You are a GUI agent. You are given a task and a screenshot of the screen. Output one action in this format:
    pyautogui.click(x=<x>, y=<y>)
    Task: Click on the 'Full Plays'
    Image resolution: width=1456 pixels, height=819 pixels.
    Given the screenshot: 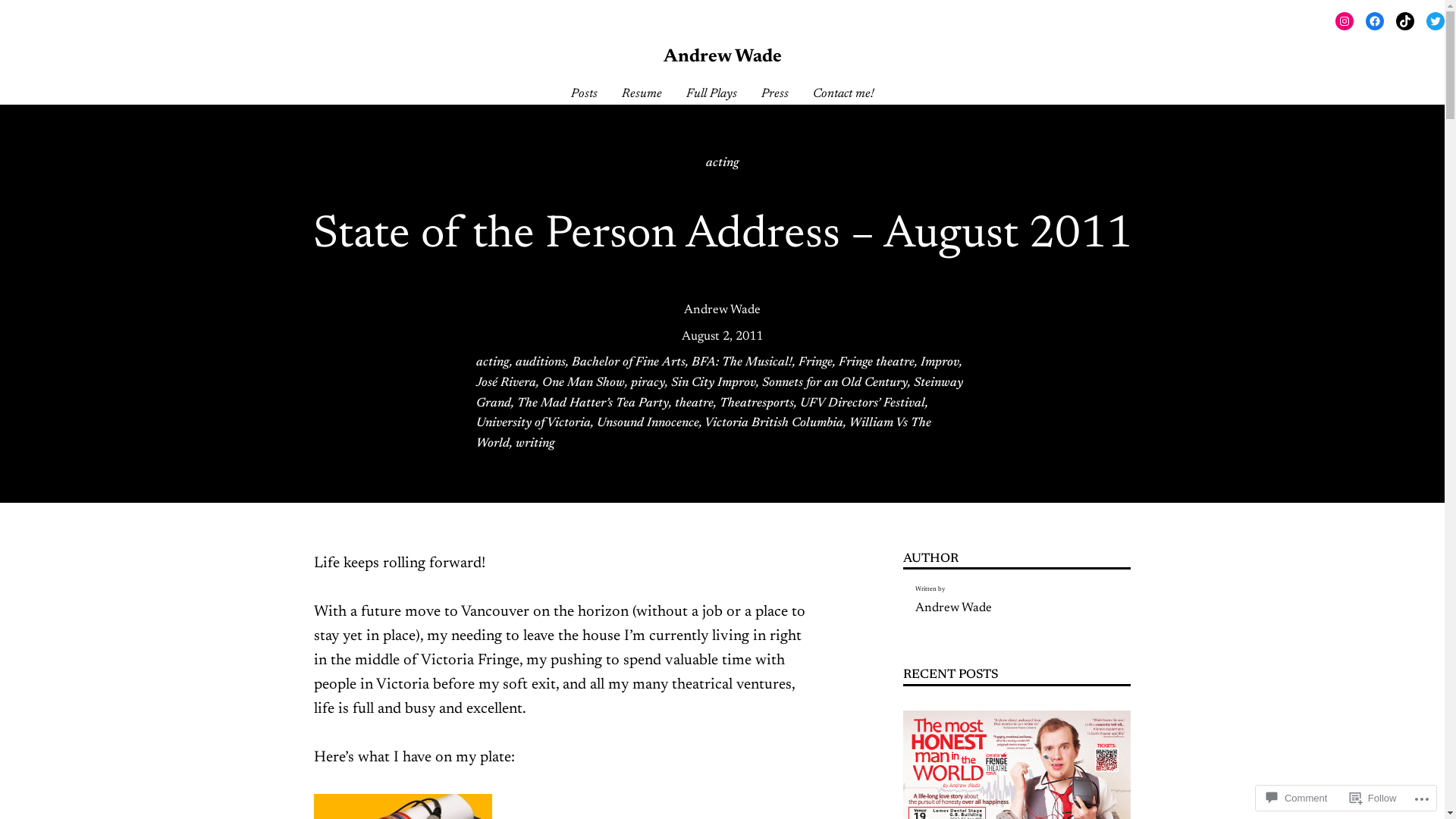 What is the action you would take?
    pyautogui.click(x=686, y=94)
    